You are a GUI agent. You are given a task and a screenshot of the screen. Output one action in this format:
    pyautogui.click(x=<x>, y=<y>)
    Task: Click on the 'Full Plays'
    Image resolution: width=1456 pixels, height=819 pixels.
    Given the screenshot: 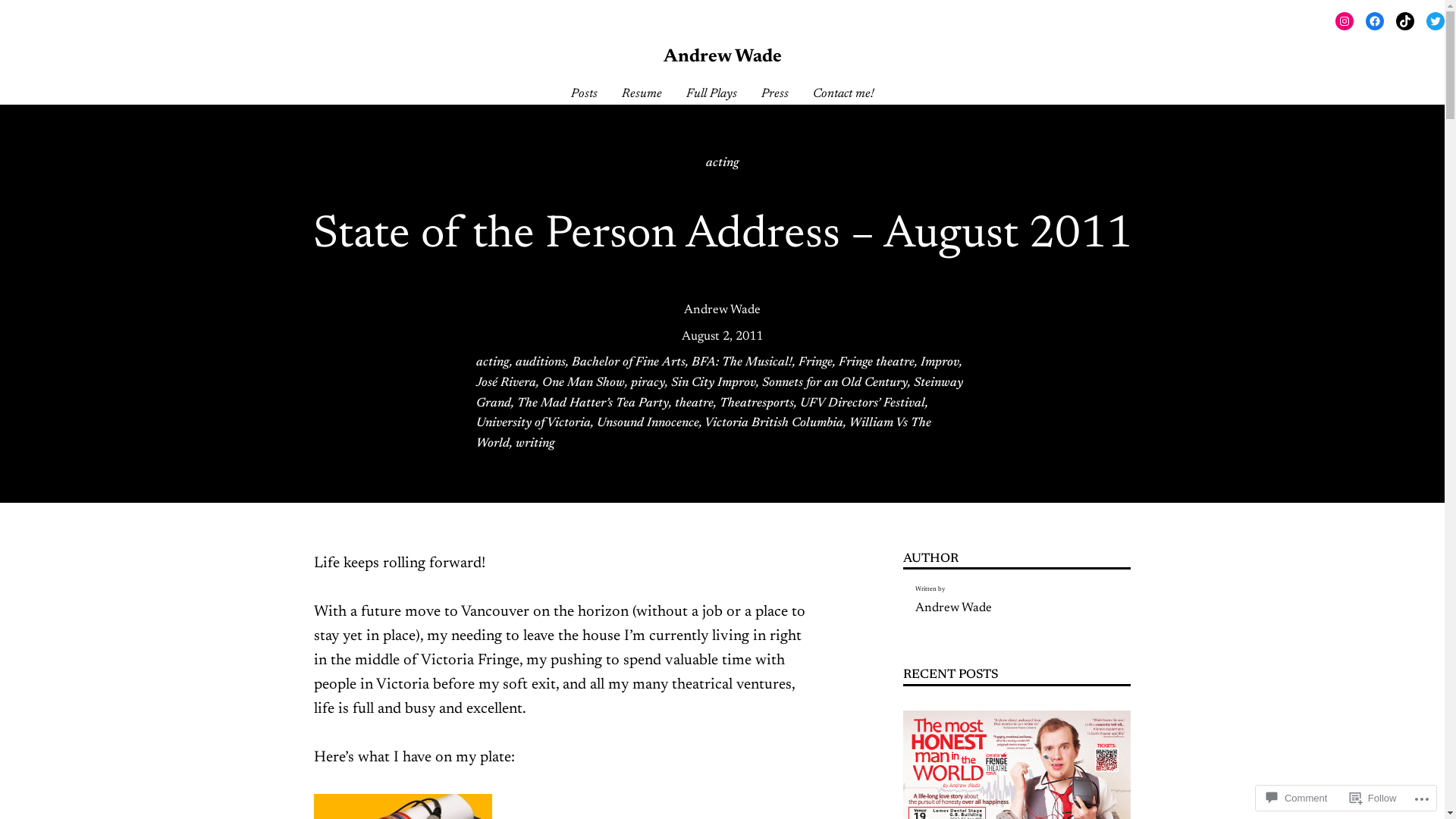 What is the action you would take?
    pyautogui.click(x=686, y=94)
    